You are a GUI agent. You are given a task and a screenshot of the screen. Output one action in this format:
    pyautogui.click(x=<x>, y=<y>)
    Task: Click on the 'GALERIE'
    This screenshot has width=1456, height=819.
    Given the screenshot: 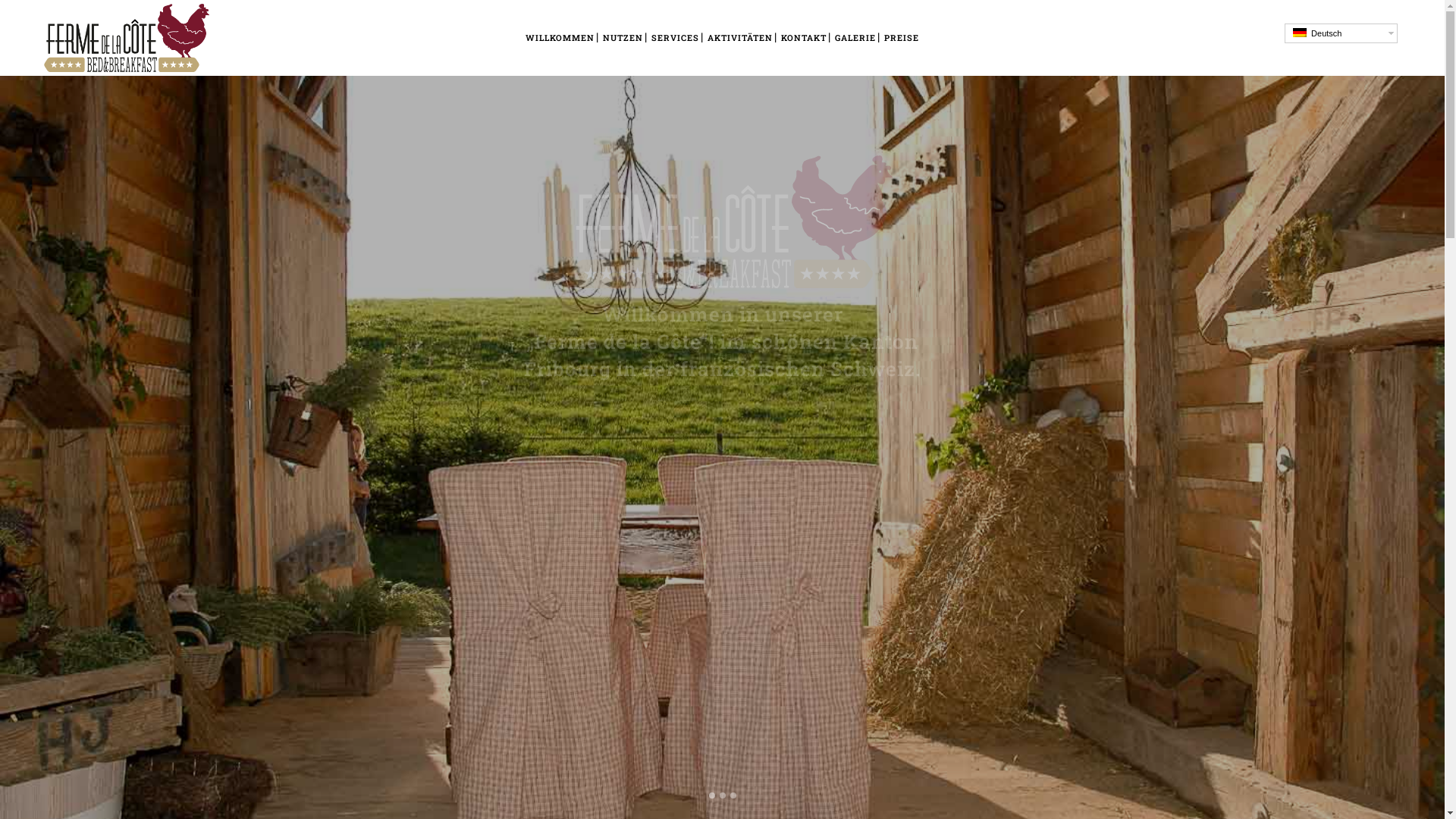 What is the action you would take?
    pyautogui.click(x=855, y=37)
    